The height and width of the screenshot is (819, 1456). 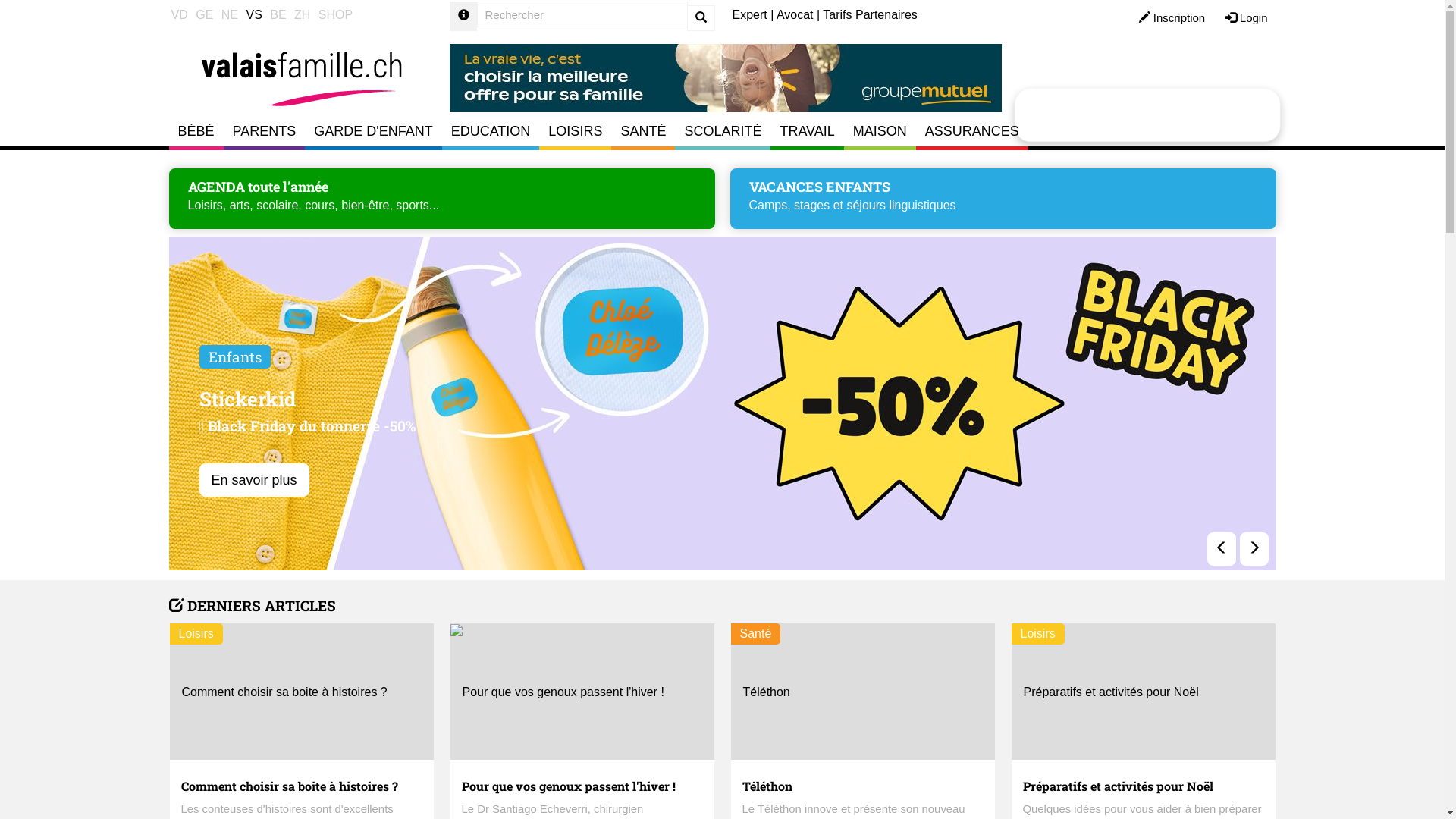 I want to click on 'Accueil Valais Famillle', so click(x=301, y=71).